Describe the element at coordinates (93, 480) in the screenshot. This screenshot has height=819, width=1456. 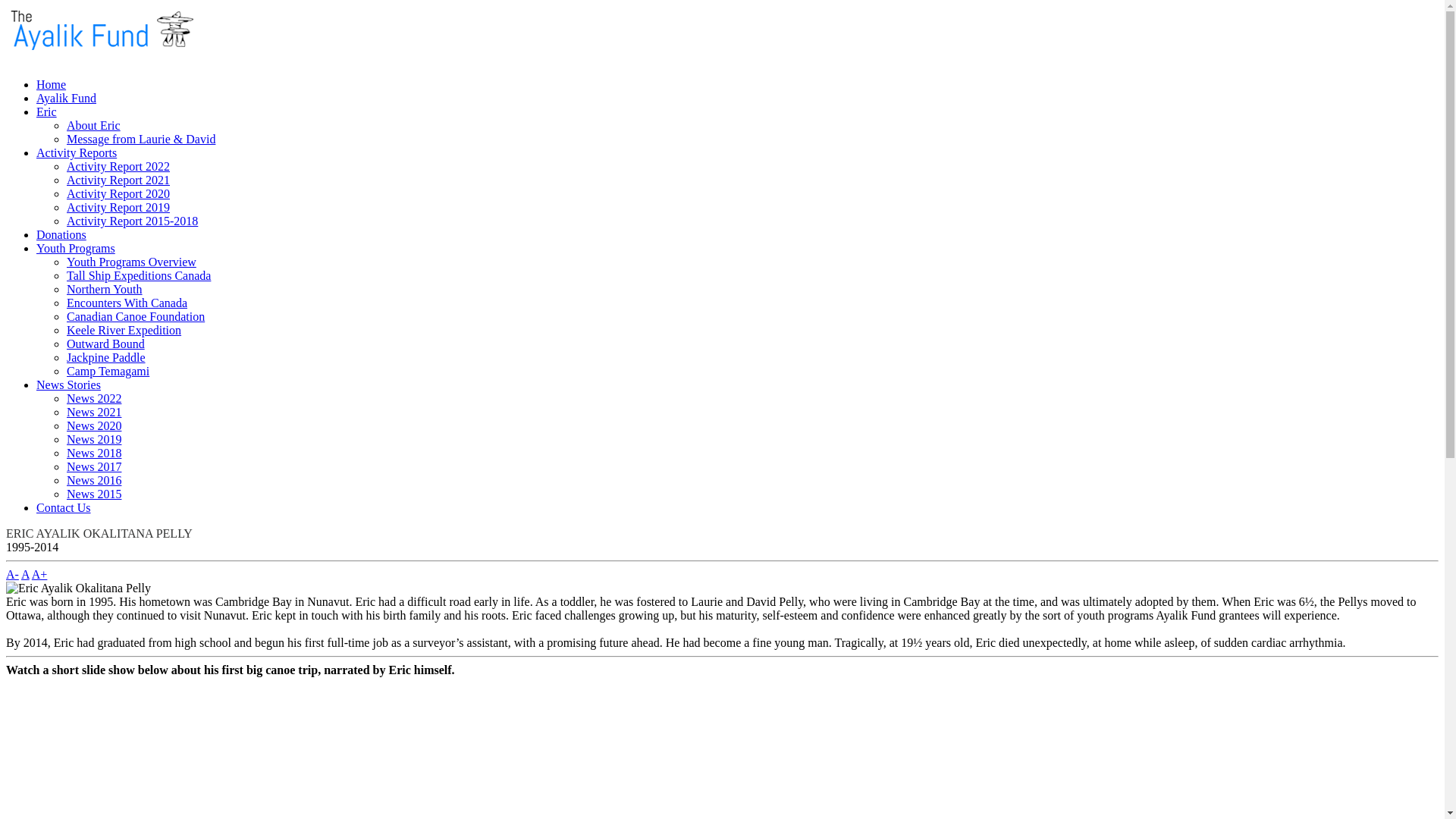
I see `'News 2016'` at that location.